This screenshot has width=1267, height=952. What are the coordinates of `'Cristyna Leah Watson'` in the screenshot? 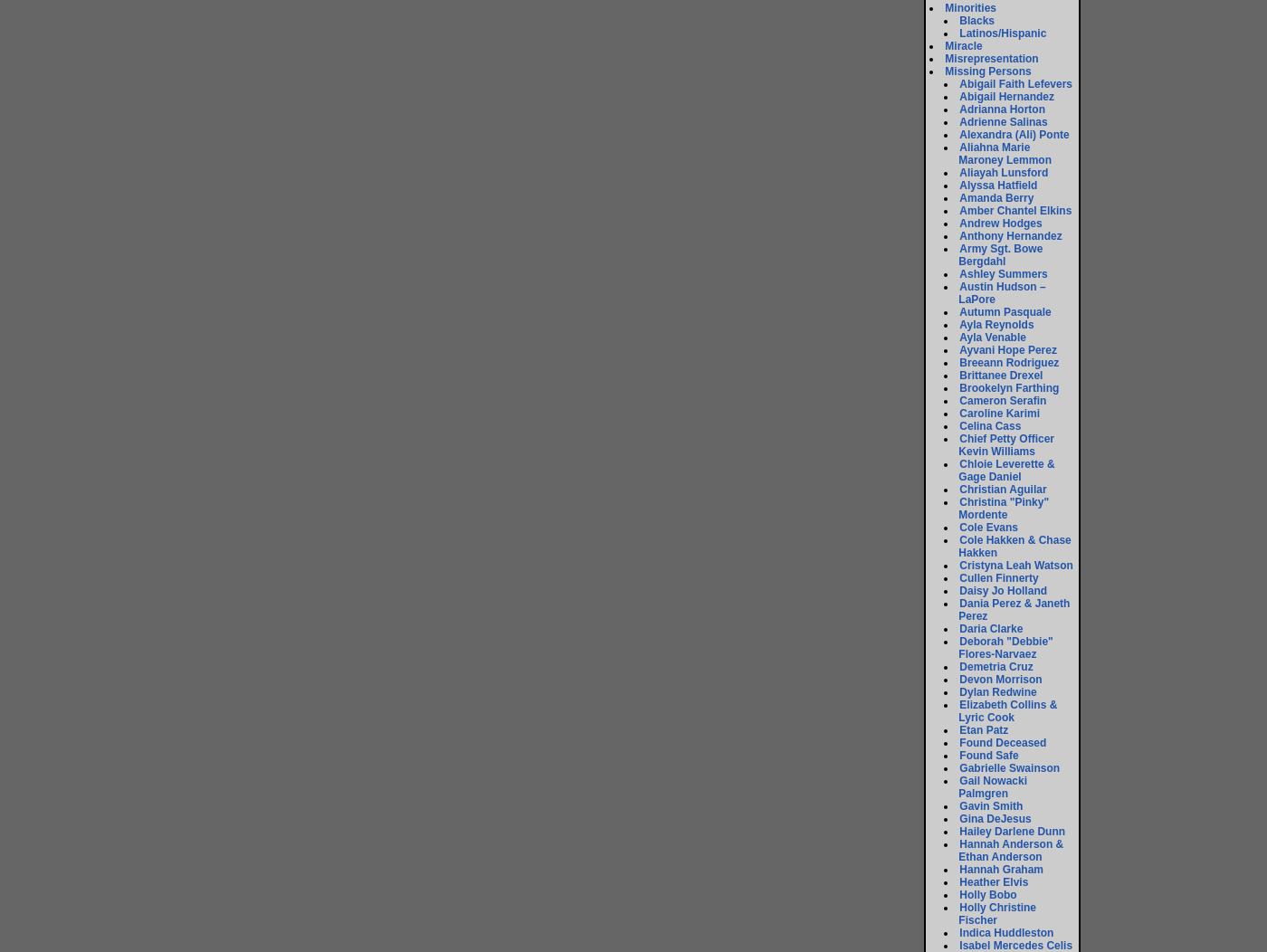 It's located at (1015, 565).